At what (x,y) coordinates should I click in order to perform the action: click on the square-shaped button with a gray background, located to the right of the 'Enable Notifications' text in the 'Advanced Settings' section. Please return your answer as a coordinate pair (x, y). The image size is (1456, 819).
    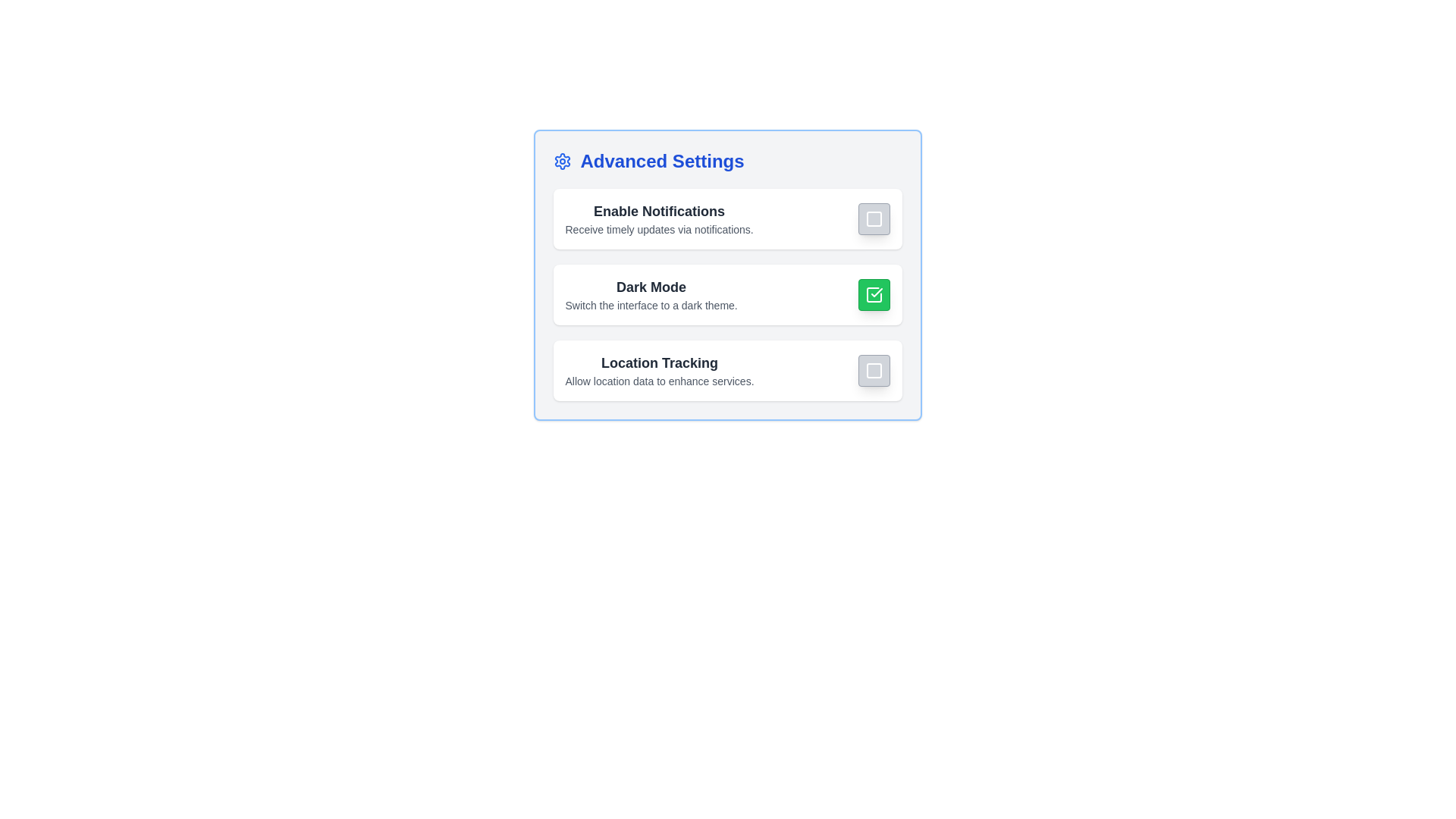
    Looking at the image, I should click on (874, 219).